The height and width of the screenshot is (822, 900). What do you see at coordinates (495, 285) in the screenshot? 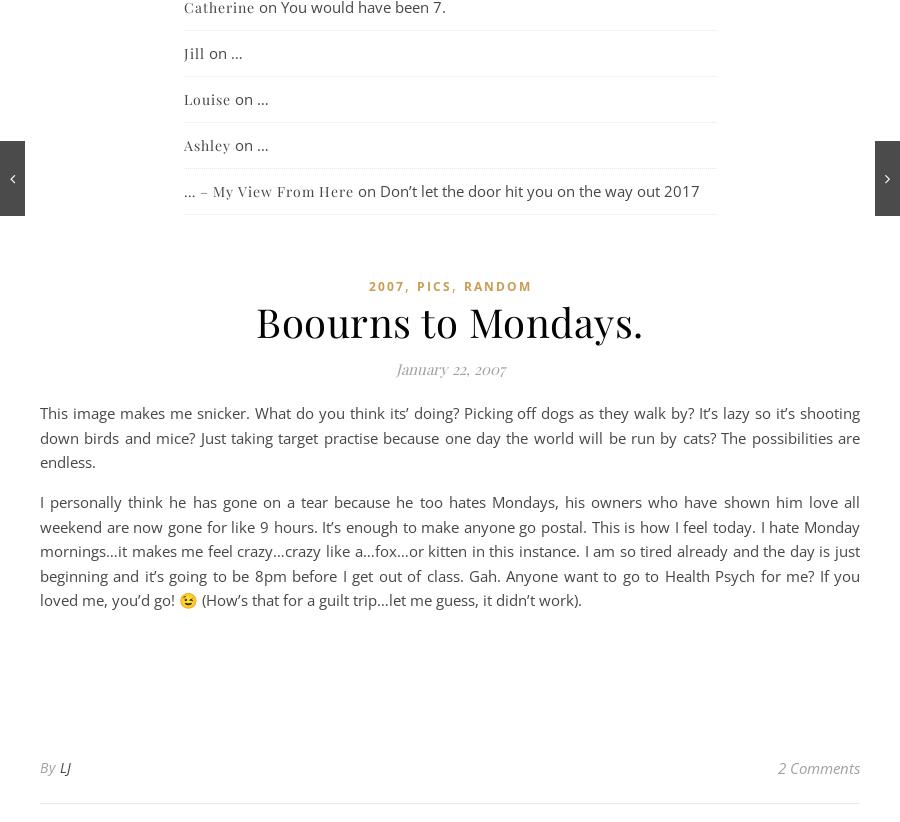
I see `'random'` at bounding box center [495, 285].